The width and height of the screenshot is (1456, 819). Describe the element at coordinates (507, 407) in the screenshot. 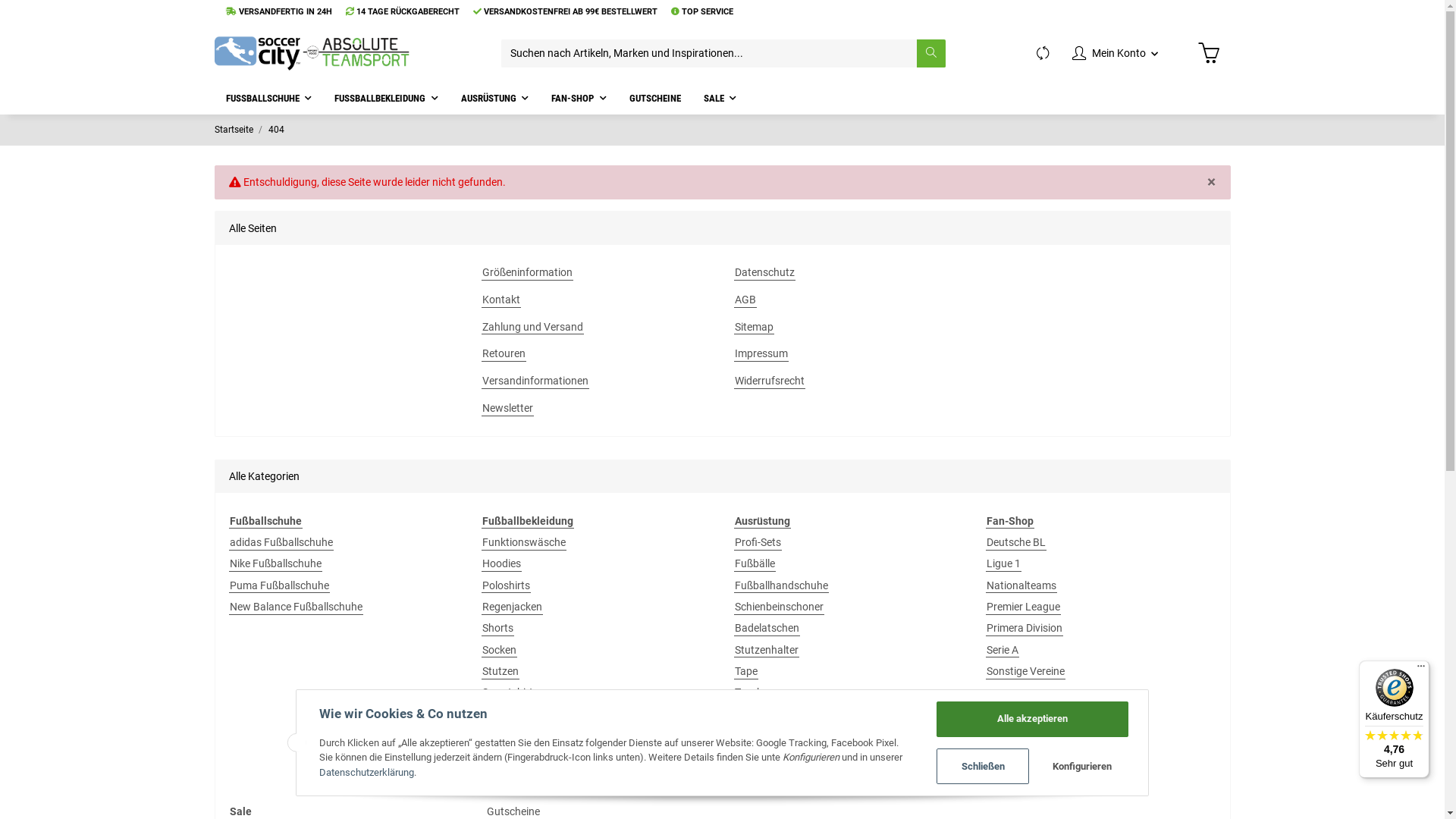

I see `'Newsletter'` at that location.